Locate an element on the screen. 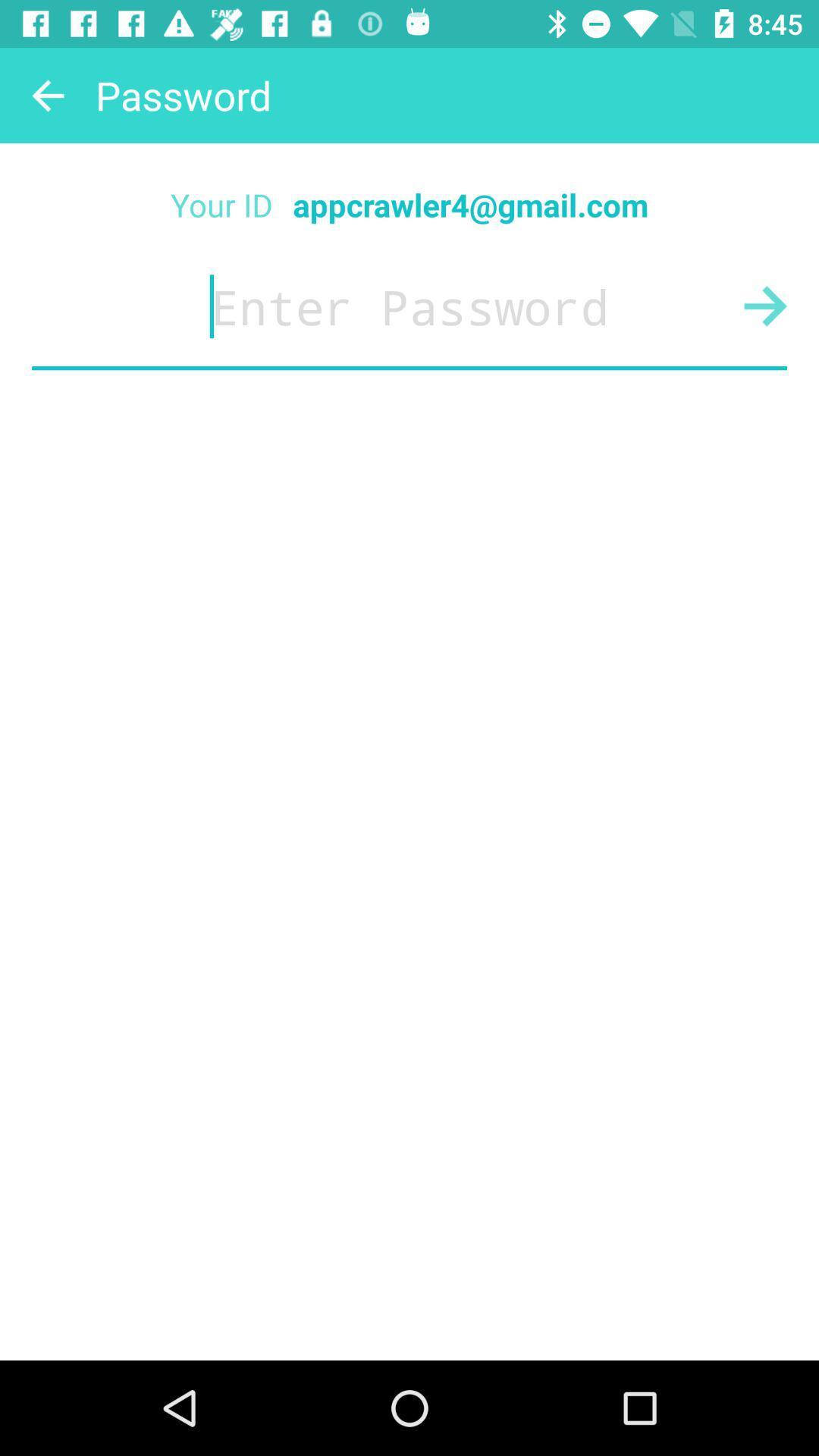 The height and width of the screenshot is (1456, 819). the arrow_forward icon is located at coordinates (765, 305).